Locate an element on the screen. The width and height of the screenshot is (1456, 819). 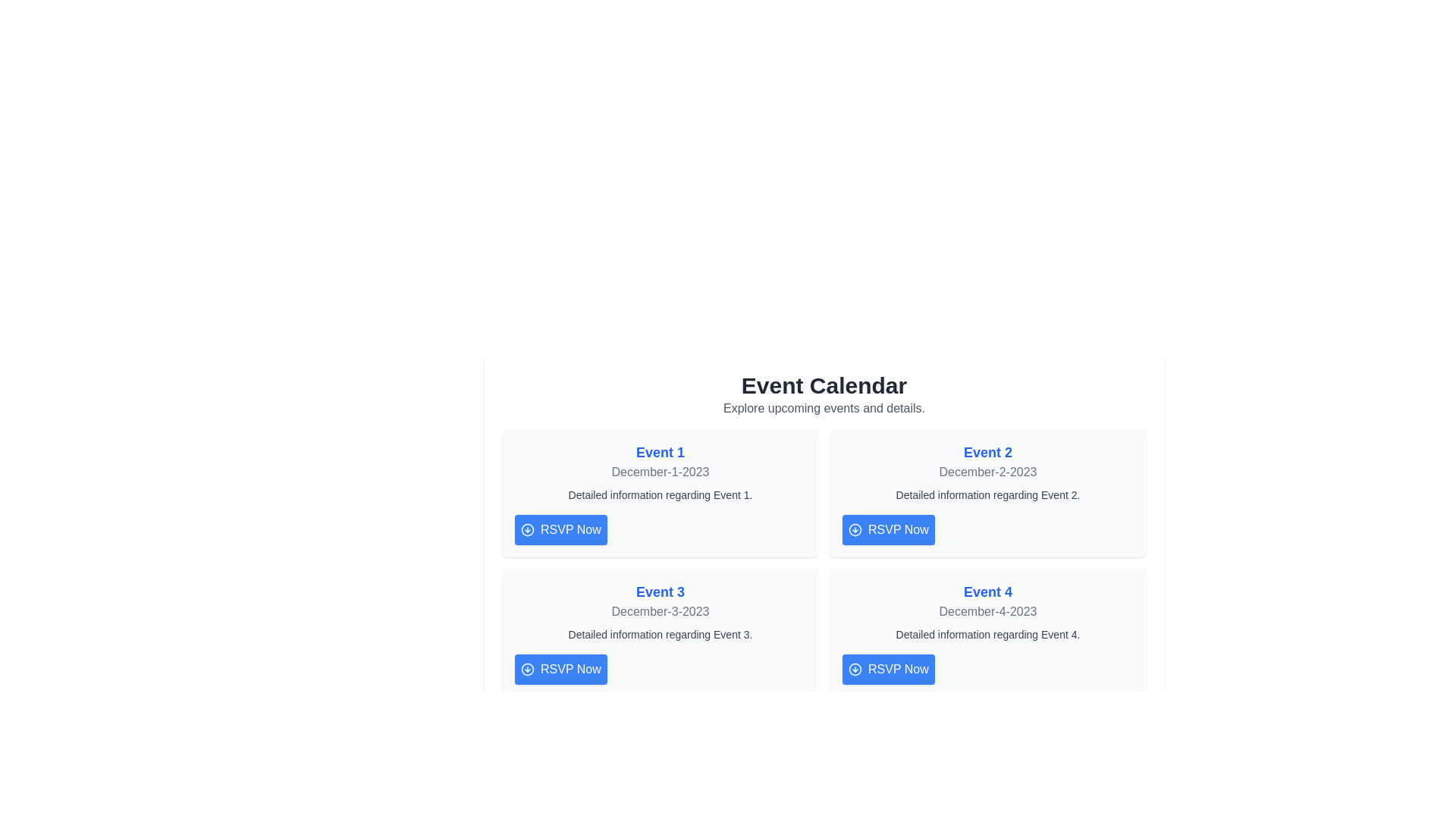
text label that provides additional details about 'Event 1', located below the event title and date within its event card is located at coordinates (660, 494).